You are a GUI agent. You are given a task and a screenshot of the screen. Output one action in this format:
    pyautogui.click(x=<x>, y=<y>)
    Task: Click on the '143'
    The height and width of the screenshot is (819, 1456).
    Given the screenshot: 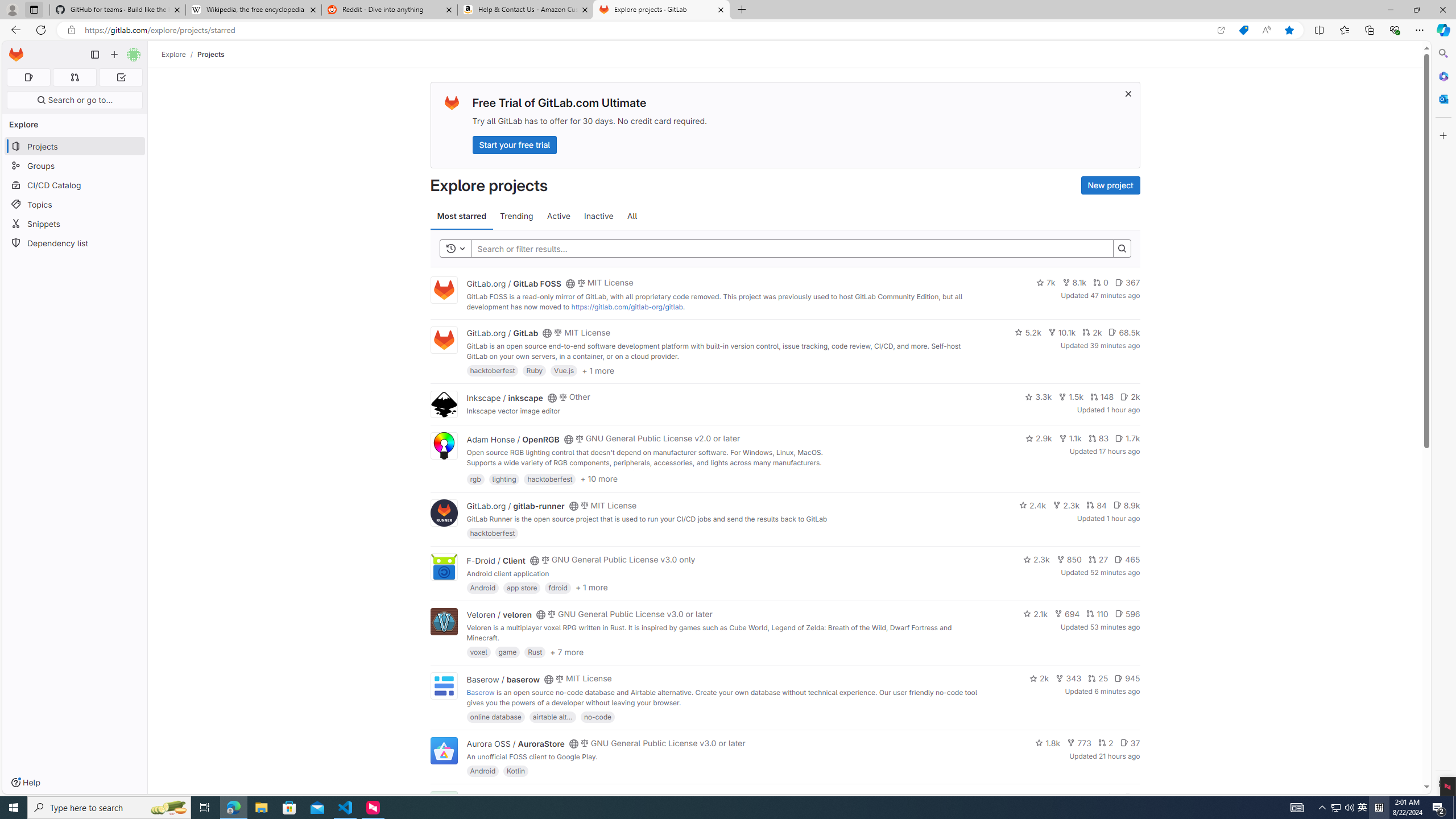 What is the action you would take?
    pyautogui.click(x=1085, y=797)
    